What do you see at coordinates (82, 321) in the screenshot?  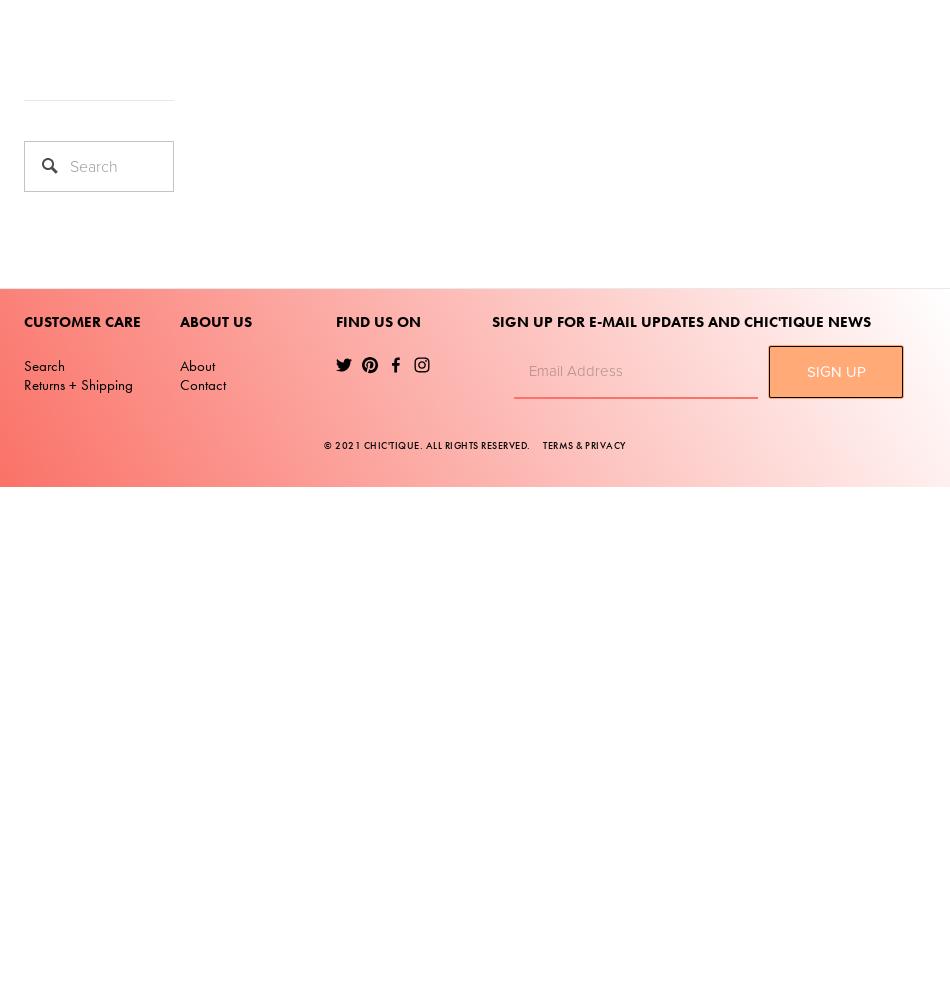 I see `'CUSTOMER CARE'` at bounding box center [82, 321].